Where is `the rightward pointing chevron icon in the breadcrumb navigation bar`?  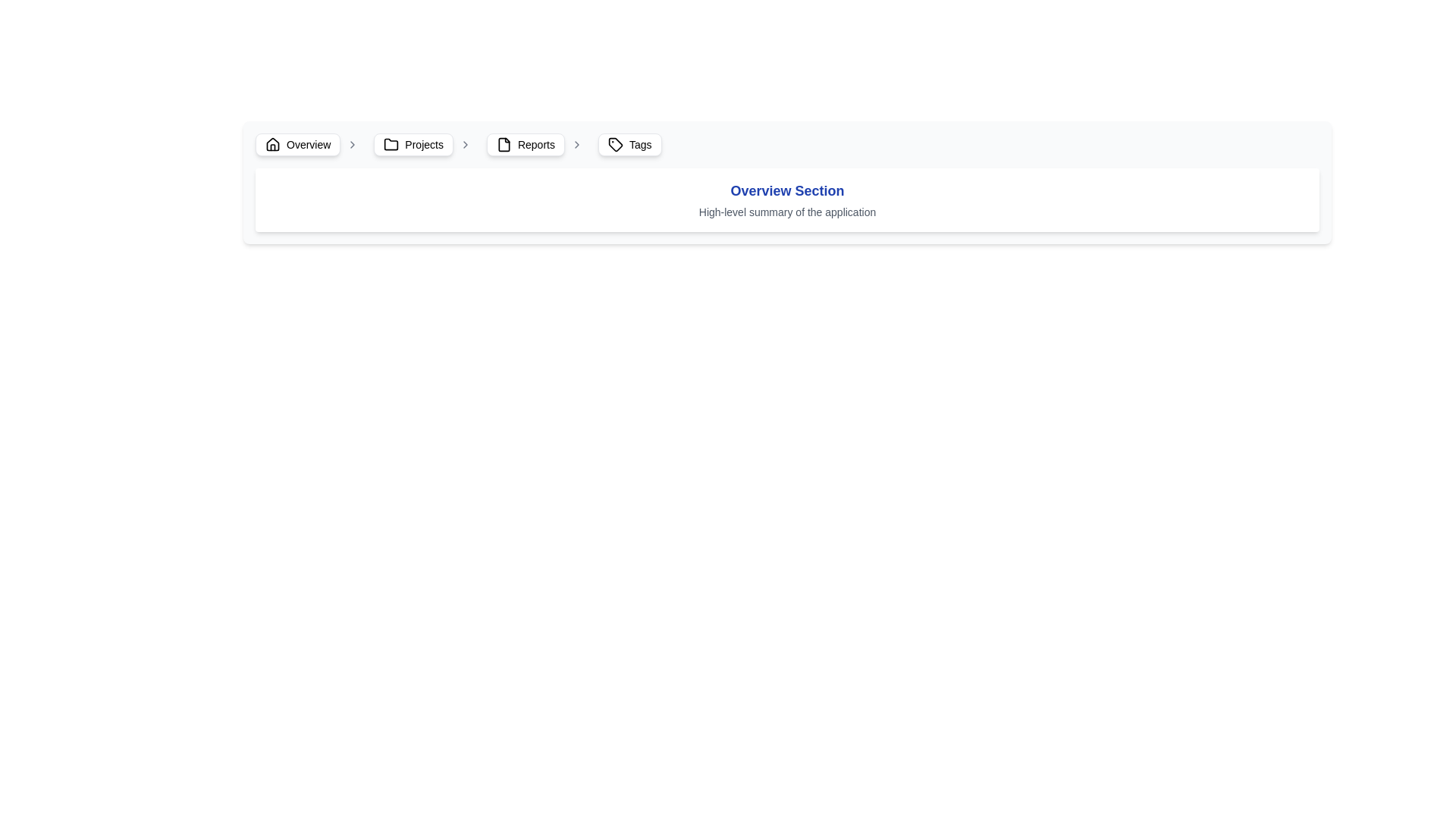
the rightward pointing chevron icon in the breadcrumb navigation bar is located at coordinates (352, 145).